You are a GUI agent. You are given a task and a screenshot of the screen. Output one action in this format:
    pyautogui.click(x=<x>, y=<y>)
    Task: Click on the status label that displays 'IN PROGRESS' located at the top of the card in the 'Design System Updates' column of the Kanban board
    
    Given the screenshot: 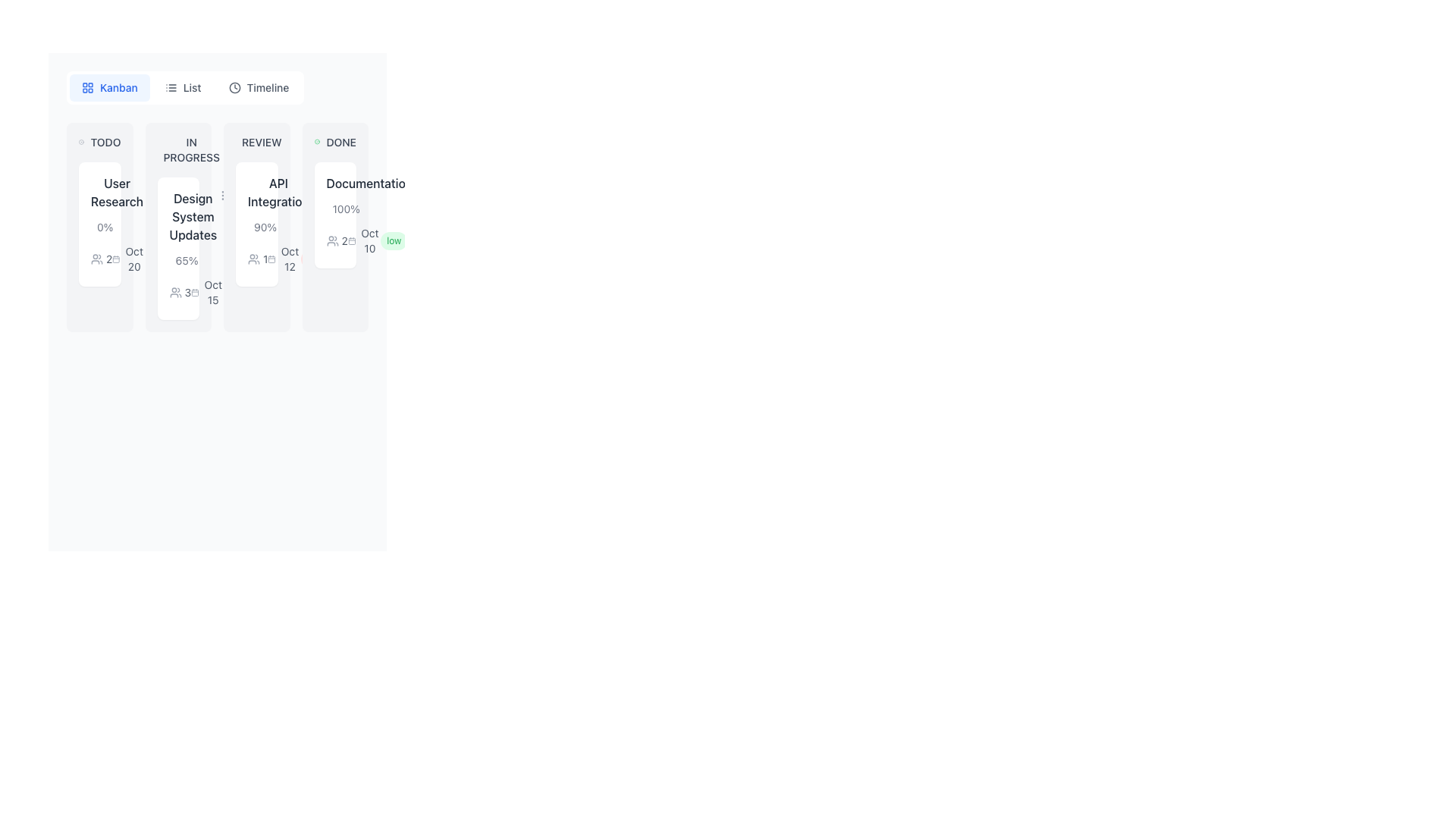 What is the action you would take?
    pyautogui.click(x=178, y=149)
    